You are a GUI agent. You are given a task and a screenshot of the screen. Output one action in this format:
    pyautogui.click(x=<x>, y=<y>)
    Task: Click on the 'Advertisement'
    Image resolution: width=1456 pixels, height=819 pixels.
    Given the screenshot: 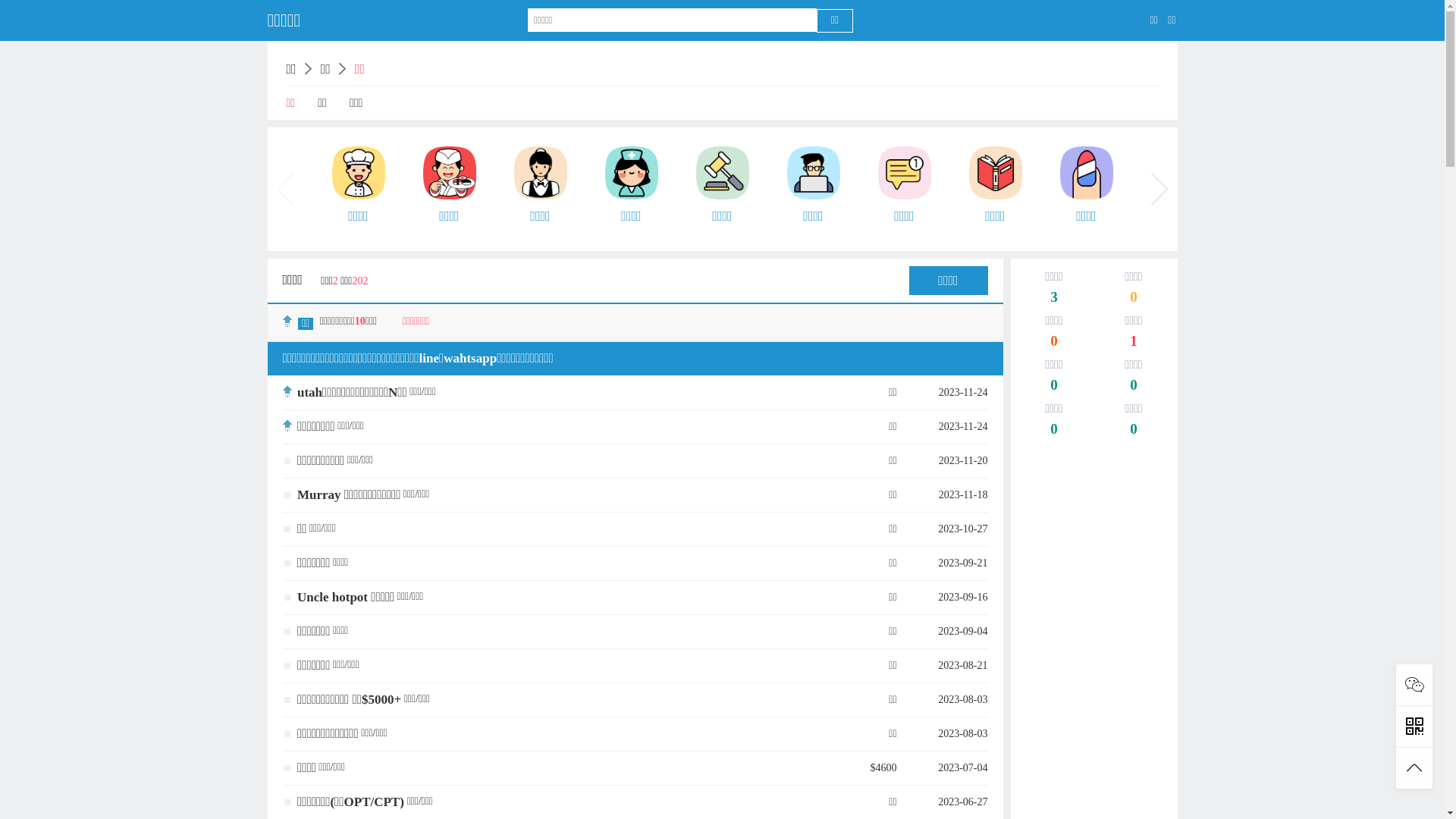 What is the action you would take?
    pyautogui.click(x=1018, y=529)
    